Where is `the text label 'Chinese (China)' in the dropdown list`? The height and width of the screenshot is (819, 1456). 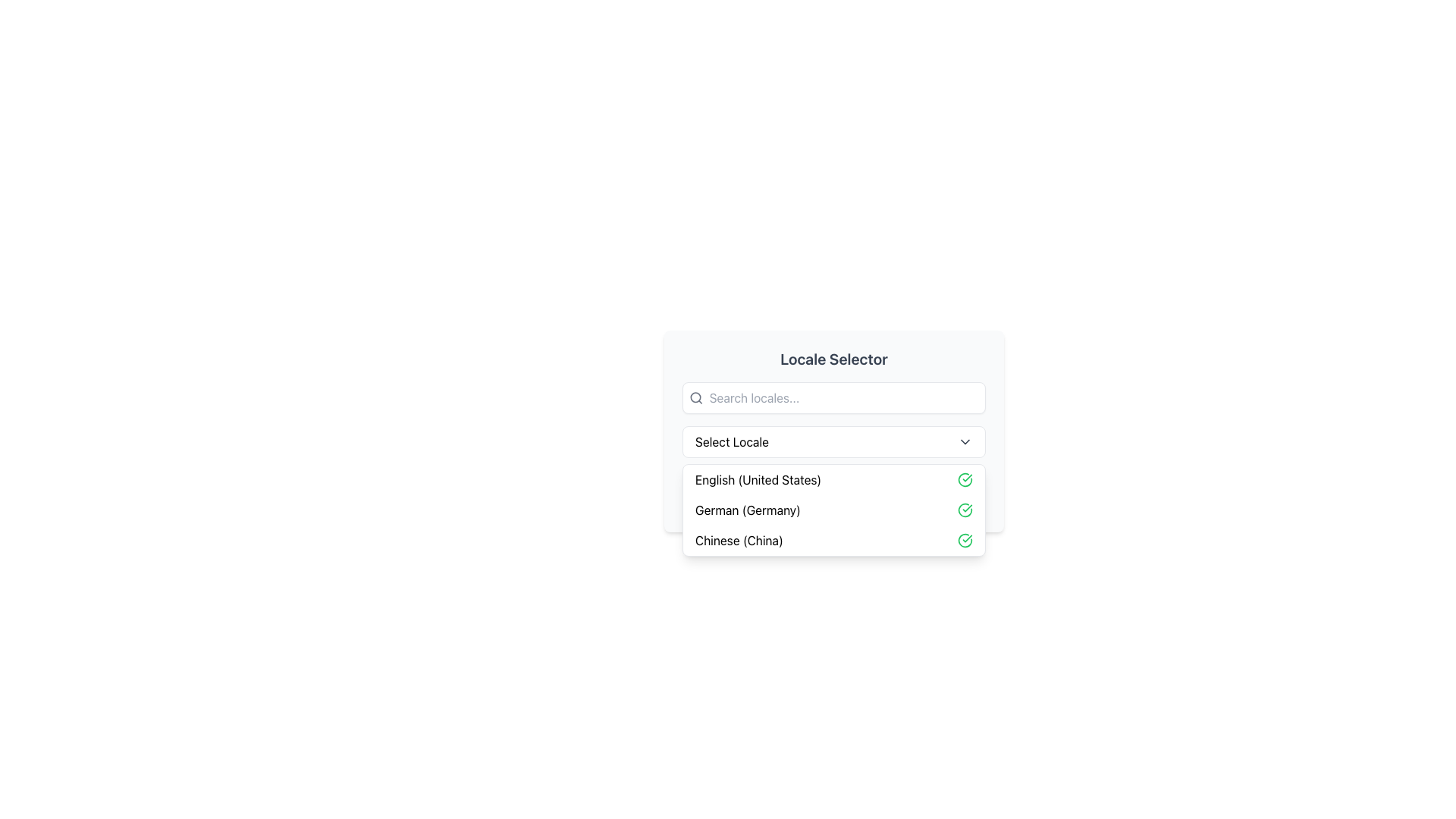
the text label 'Chinese (China)' in the dropdown list is located at coordinates (739, 540).